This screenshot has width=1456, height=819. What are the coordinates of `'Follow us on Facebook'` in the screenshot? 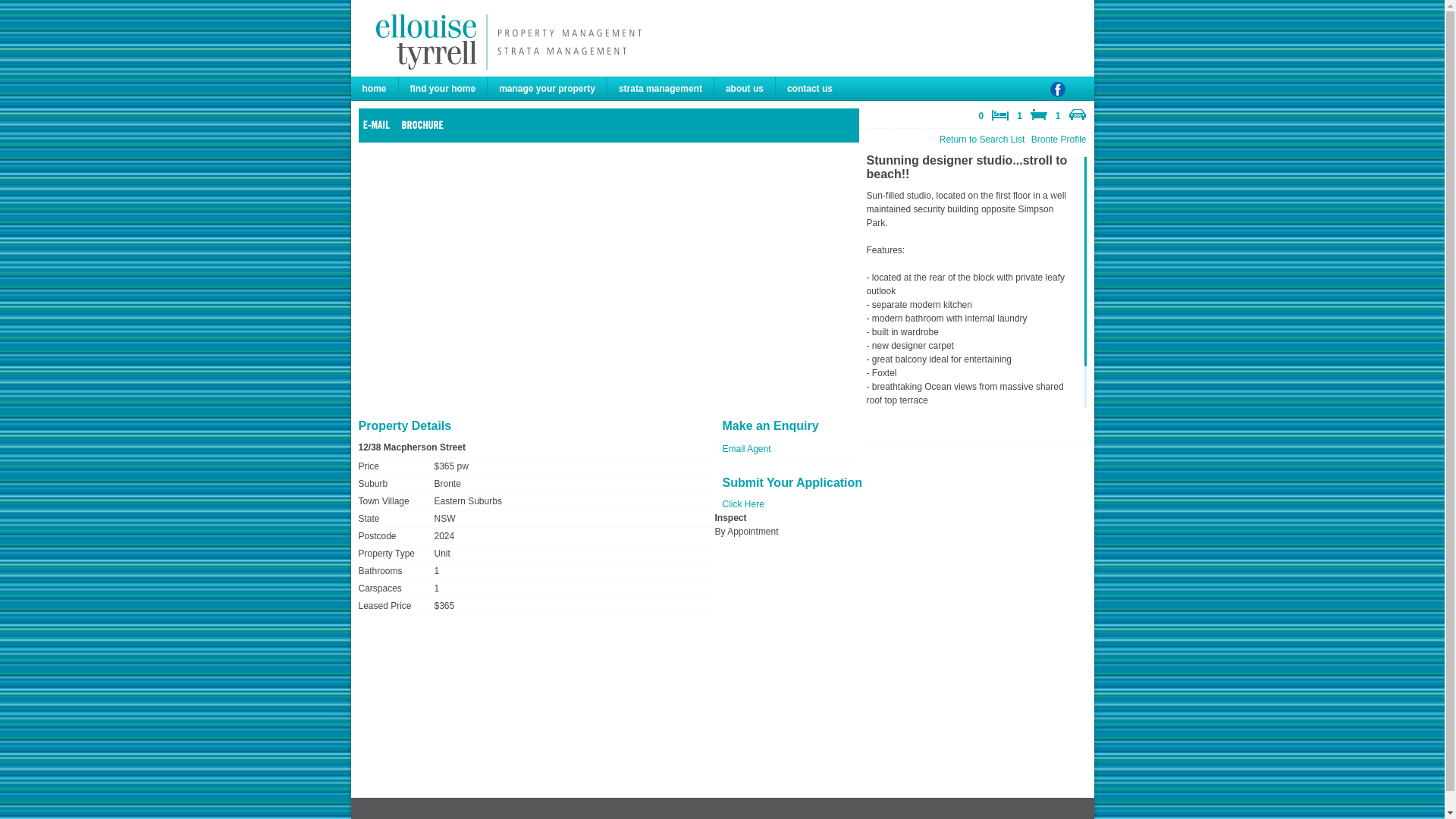 It's located at (1056, 96).